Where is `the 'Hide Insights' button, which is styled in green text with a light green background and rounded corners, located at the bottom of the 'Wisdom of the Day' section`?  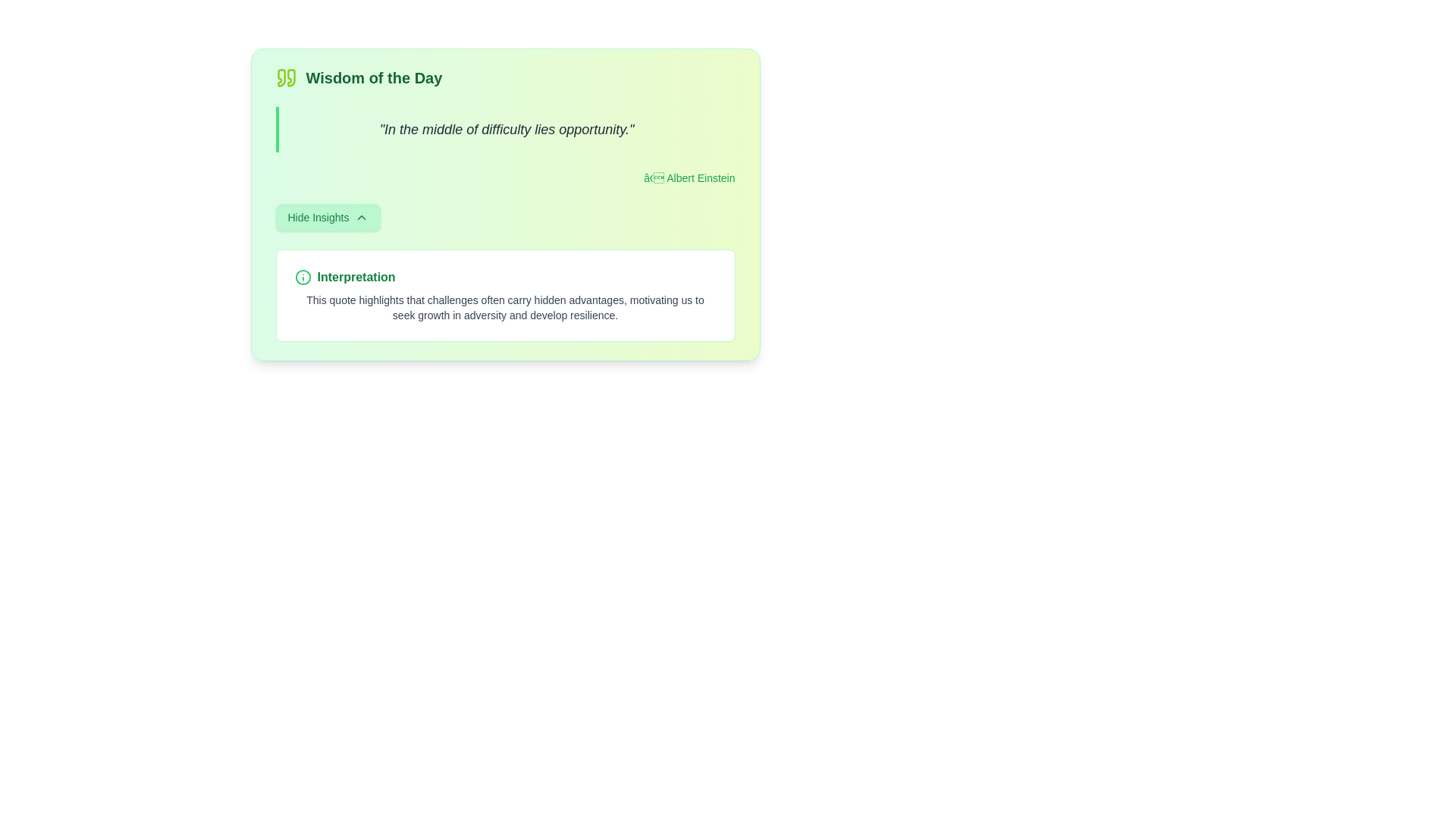
the 'Hide Insights' button, which is styled in green text with a light green background and rounded corners, located at the bottom of the 'Wisdom of the Day' section is located at coordinates (327, 217).